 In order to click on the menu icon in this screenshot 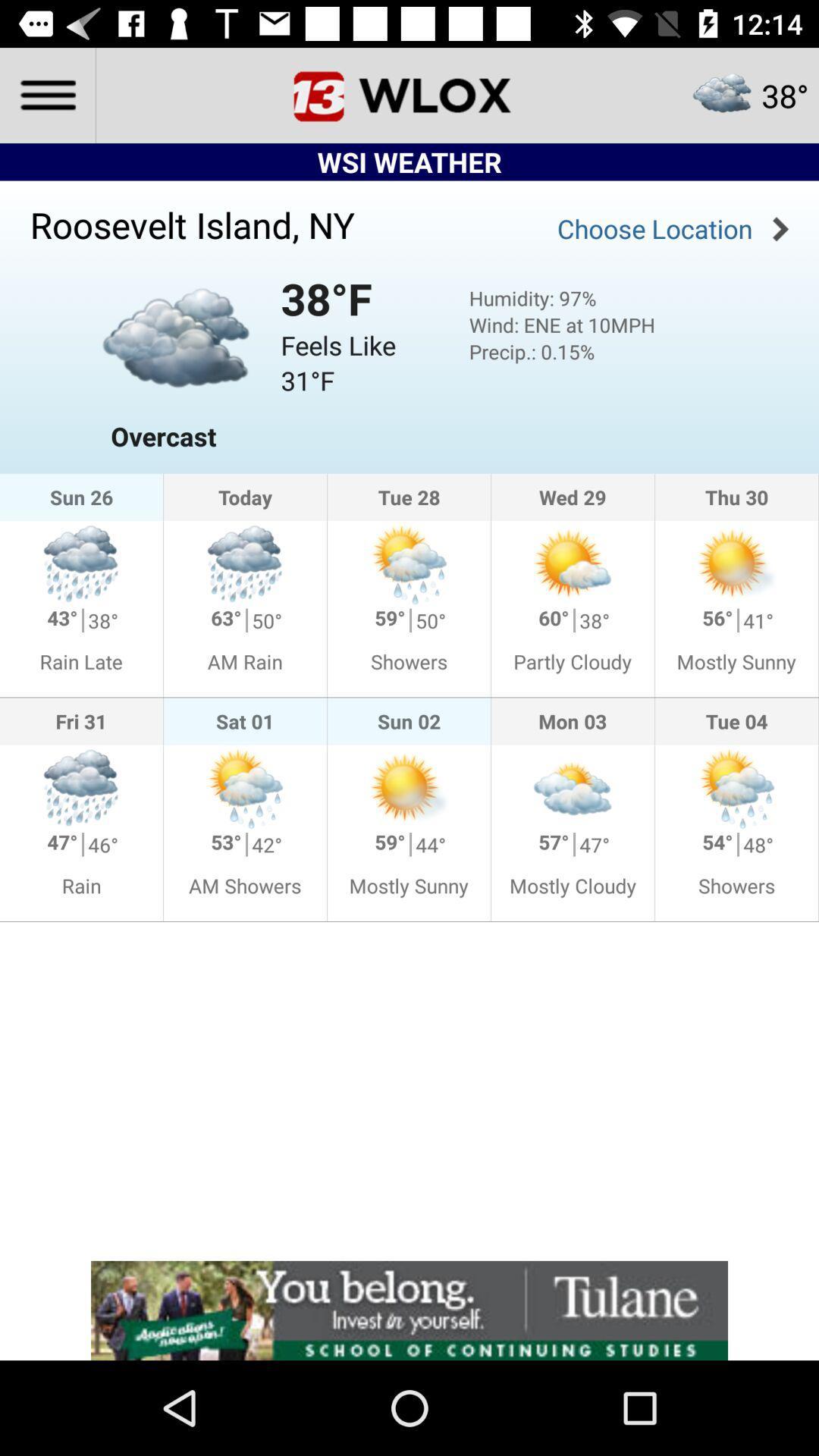, I will do `click(46, 94)`.